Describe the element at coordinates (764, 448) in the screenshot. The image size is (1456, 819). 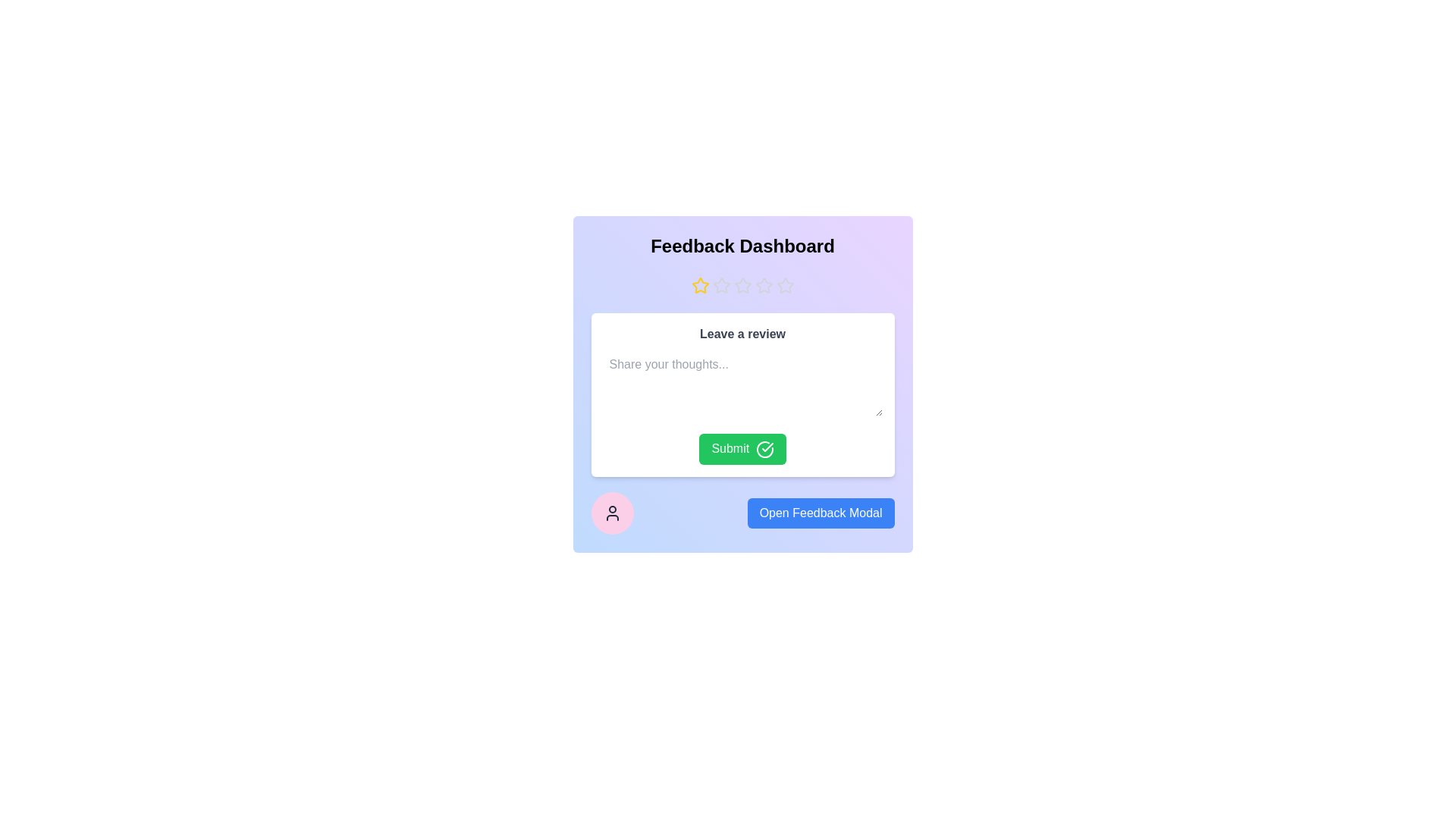
I see `success confirmation icon located to the right of the 'Submit' button, which is a green rectangular button below the review input area, for accessibility purposes` at that location.